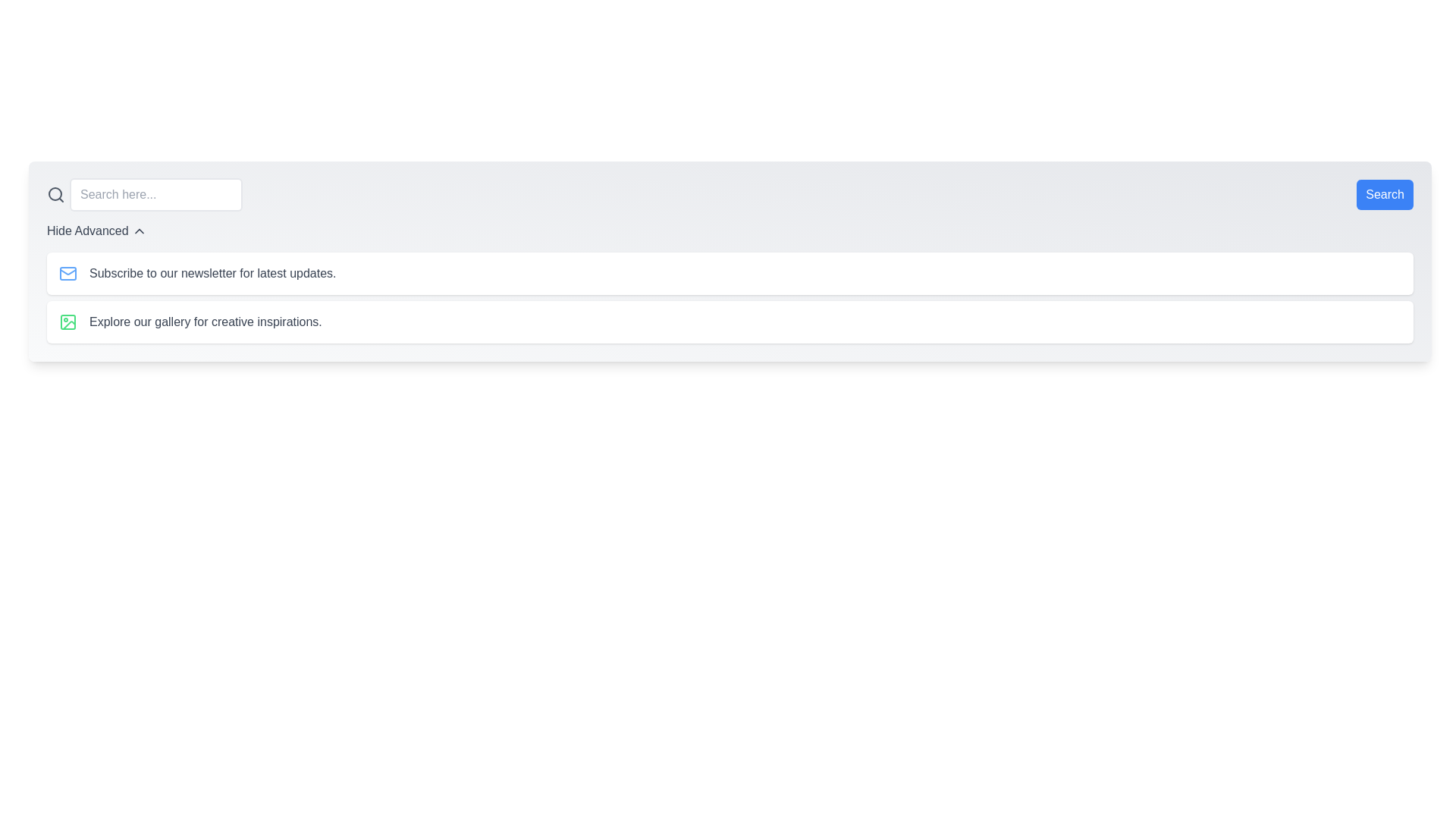  I want to click on the rectangular SVG element that forms the outer portion of the mail icon, located to the left of the text 'Subscribe to our newsletter for latest updates.', so click(67, 274).